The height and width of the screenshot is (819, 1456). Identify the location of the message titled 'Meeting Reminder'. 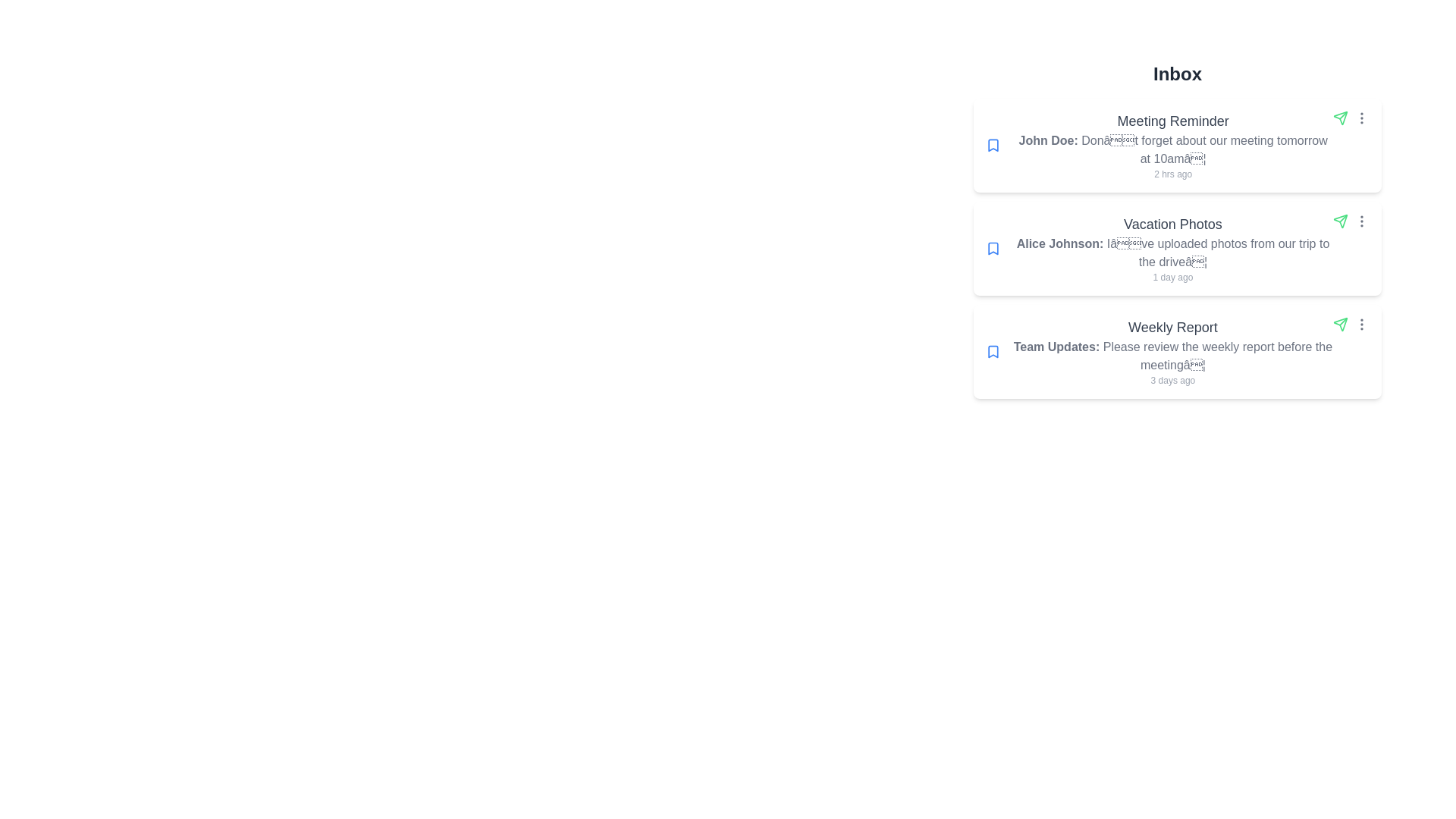
(1177, 146).